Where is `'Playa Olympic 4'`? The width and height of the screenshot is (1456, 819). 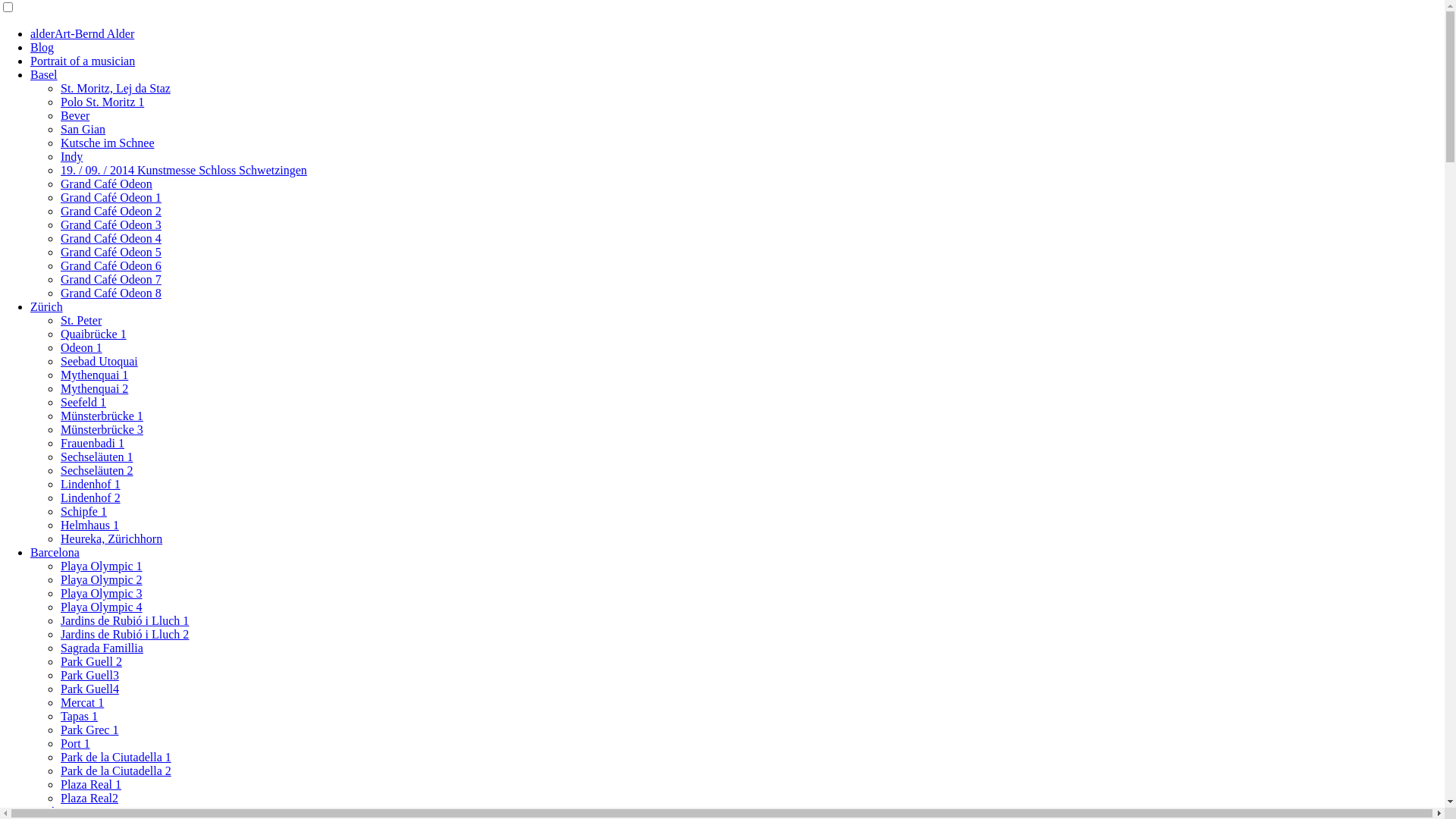
'Playa Olympic 4' is located at coordinates (101, 606).